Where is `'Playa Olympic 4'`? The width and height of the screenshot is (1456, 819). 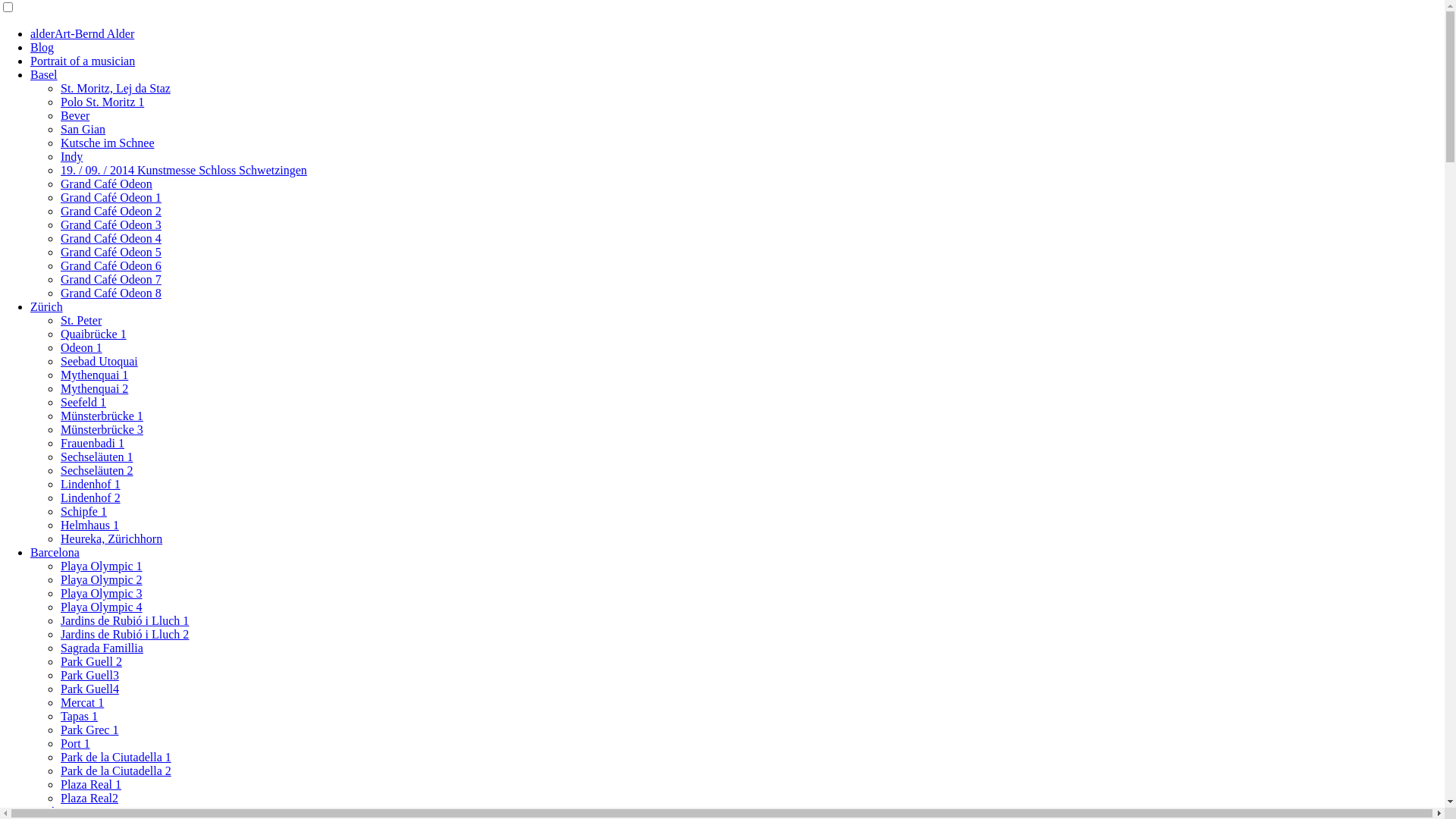
'Playa Olympic 4' is located at coordinates (101, 606).